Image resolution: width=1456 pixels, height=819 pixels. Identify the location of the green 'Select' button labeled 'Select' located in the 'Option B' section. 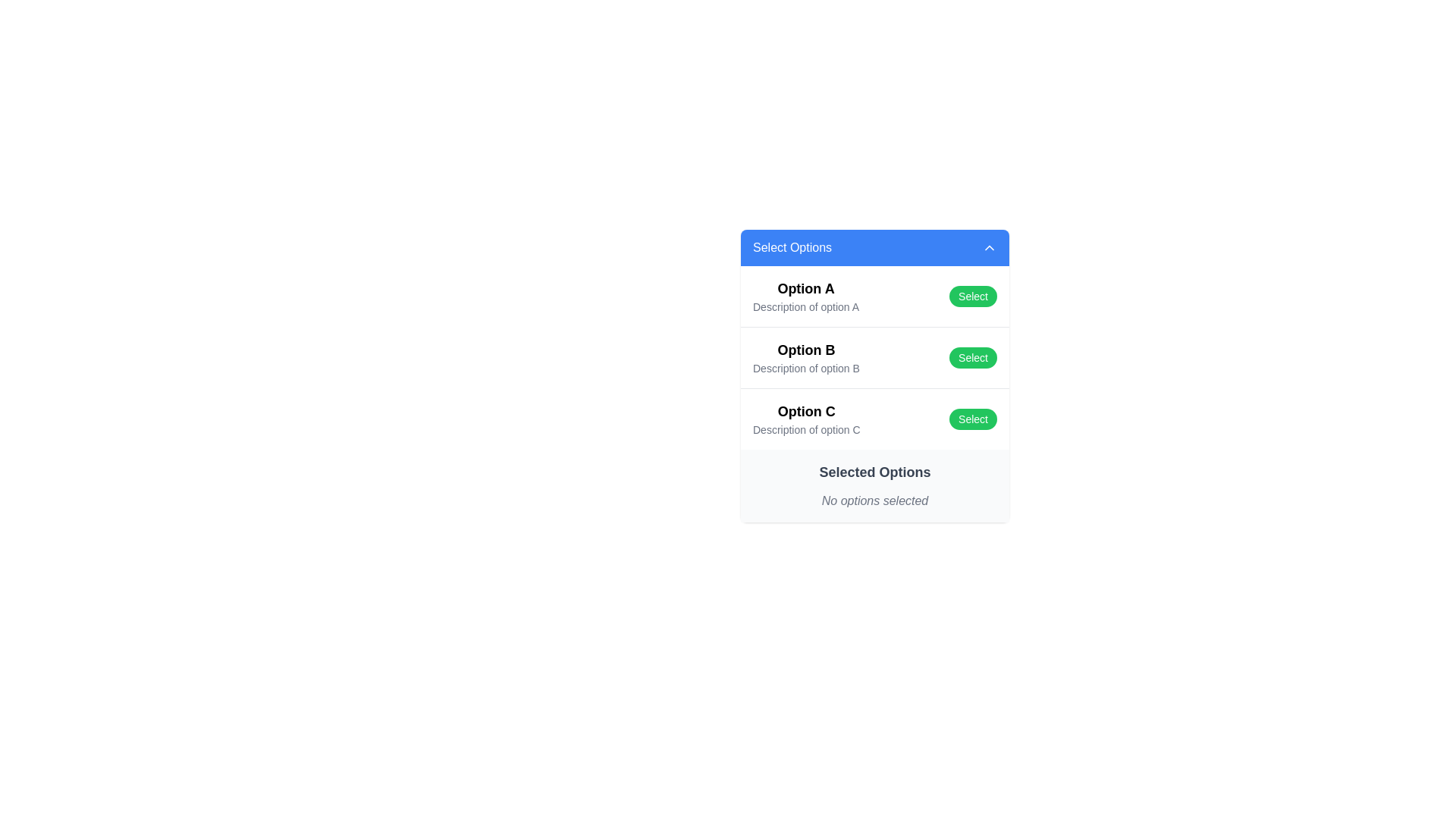
(973, 357).